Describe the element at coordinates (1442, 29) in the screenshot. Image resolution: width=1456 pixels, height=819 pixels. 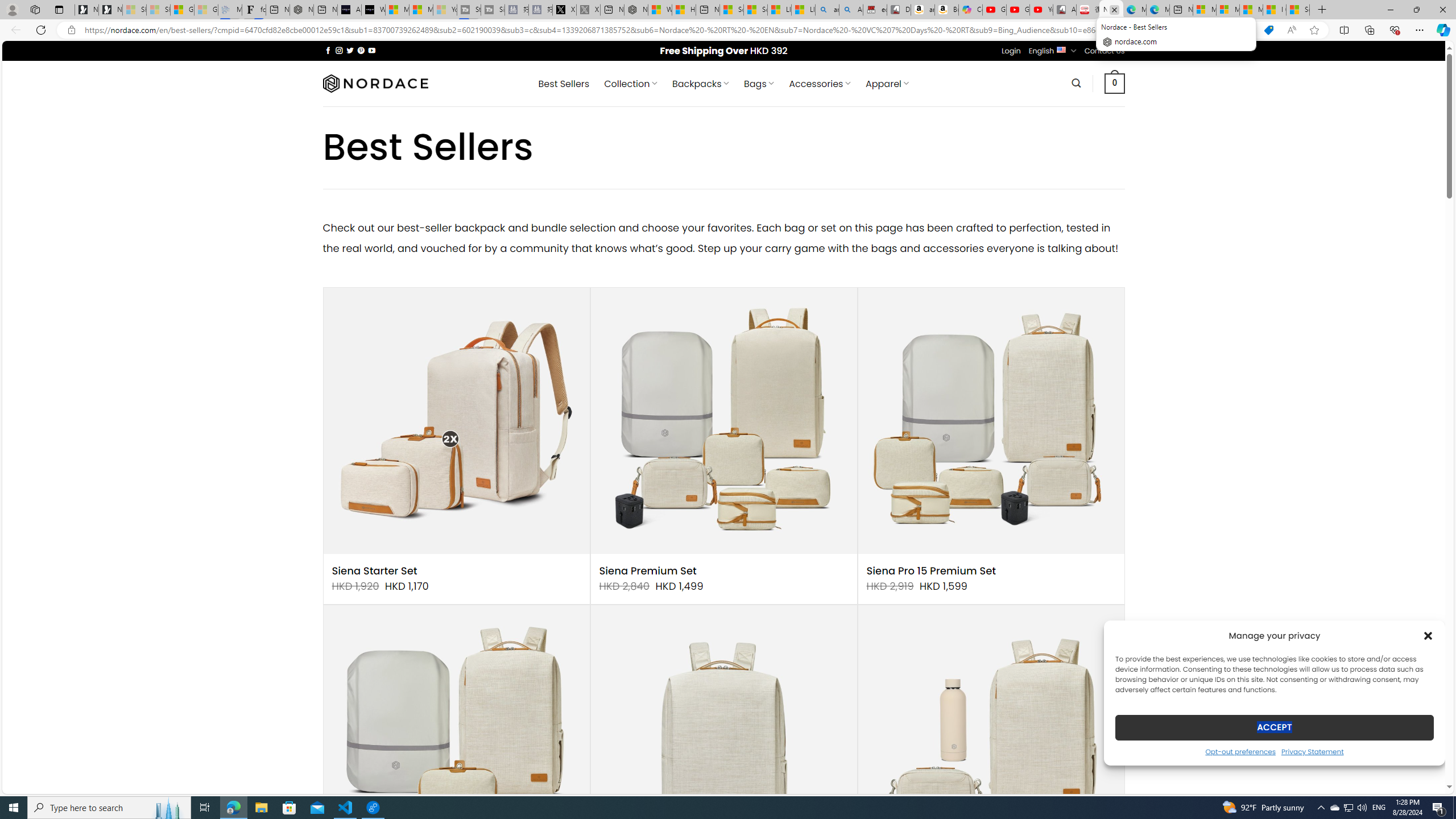
I see `'Copilot (Ctrl+Shift+.)'` at that location.